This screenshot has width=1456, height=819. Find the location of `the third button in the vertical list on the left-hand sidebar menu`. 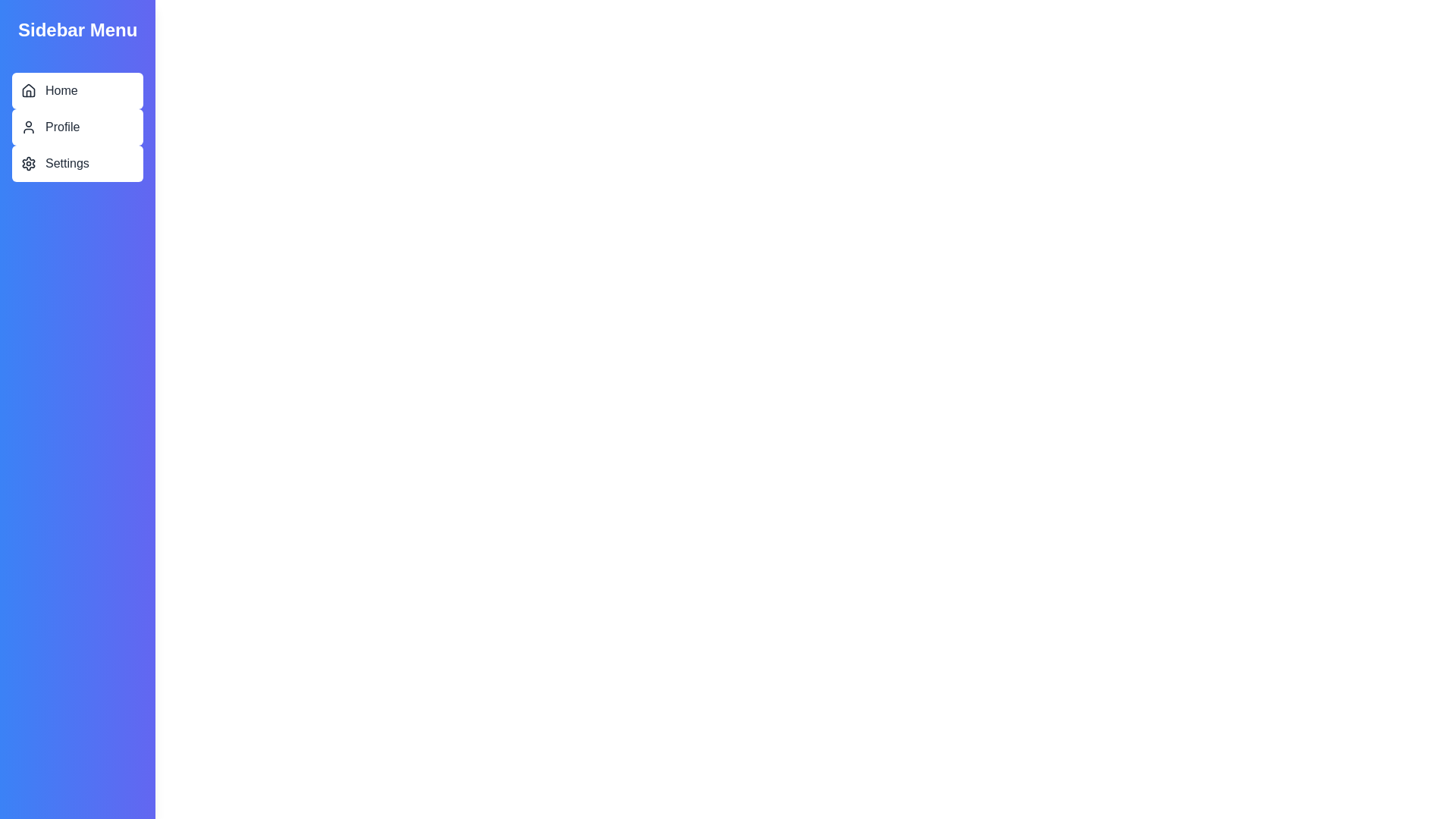

the third button in the vertical list on the left-hand sidebar menu is located at coordinates (77, 164).